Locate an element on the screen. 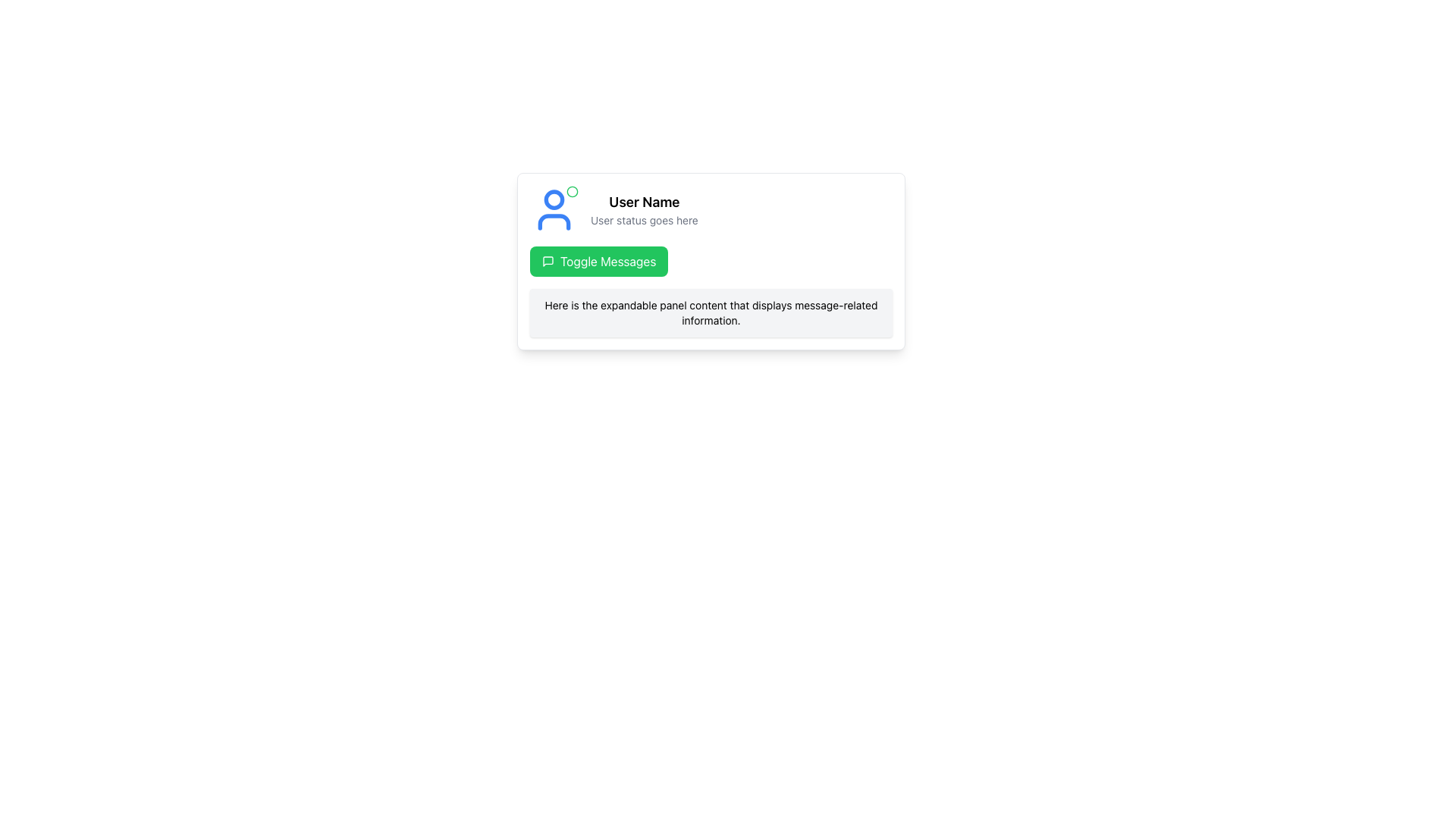 The width and height of the screenshot is (1456, 819). the messaging icon located at the center of the green 'Toggle Messages' button, which is positioned below the user profile details and above the expandable panel content is located at coordinates (548, 260).